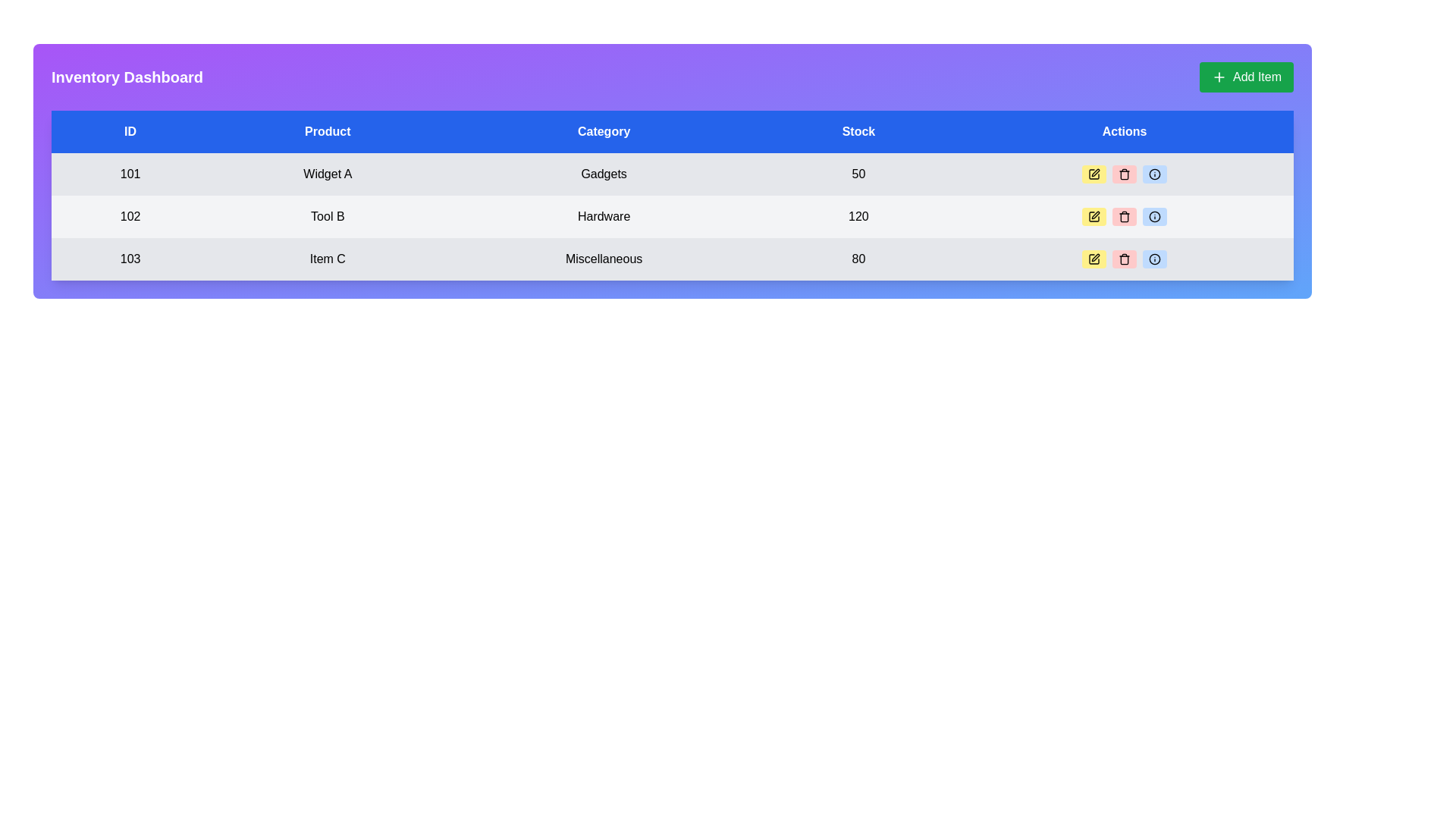 The image size is (1456, 819). What do you see at coordinates (858, 174) in the screenshot?
I see `the stock quantity data cell in the fourth column of the first data row under the 'Stock' column, which represents the quantity for 'Gadgets'` at bounding box center [858, 174].